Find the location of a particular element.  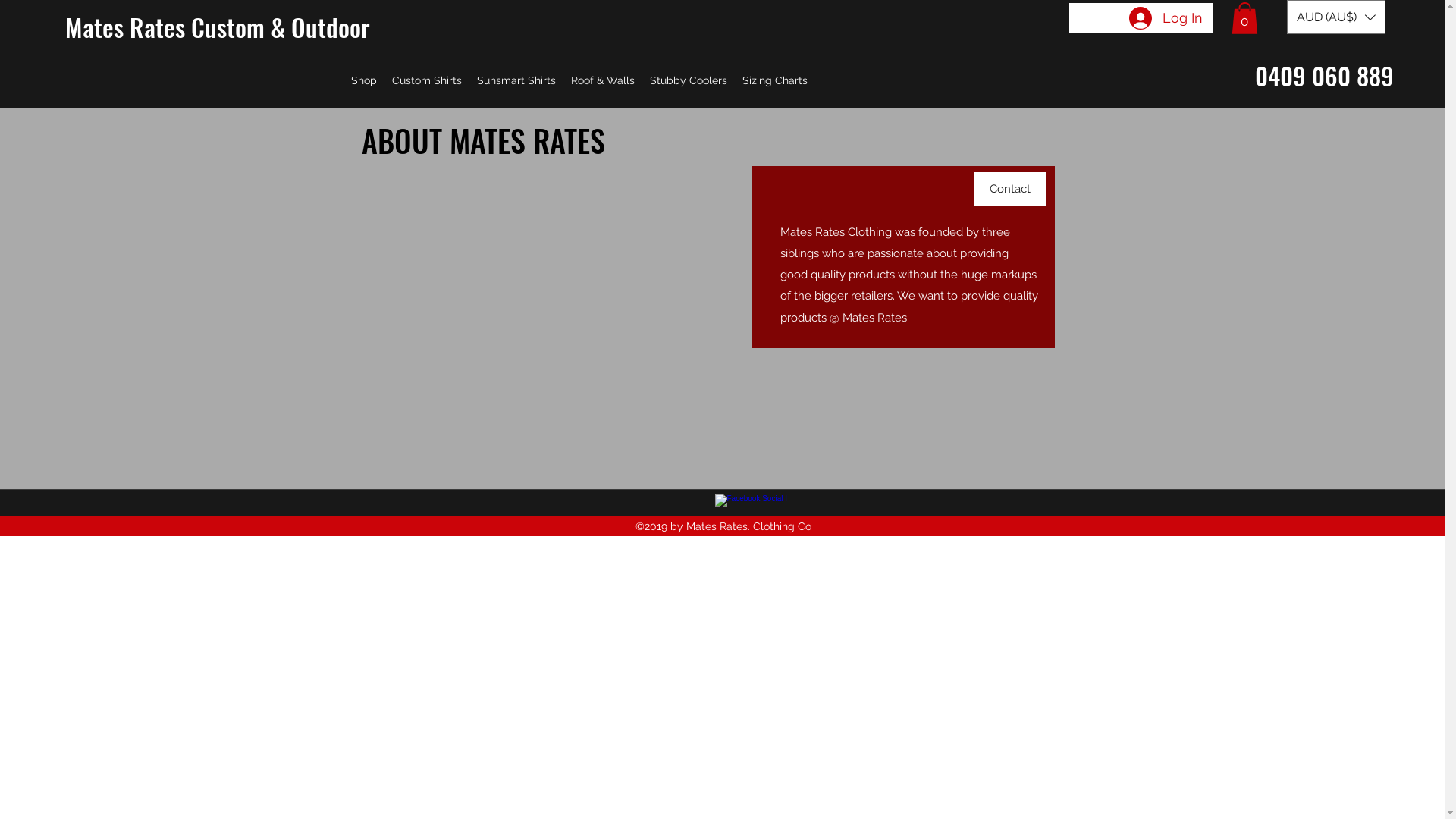

'Stubby Coolers' is located at coordinates (687, 80).